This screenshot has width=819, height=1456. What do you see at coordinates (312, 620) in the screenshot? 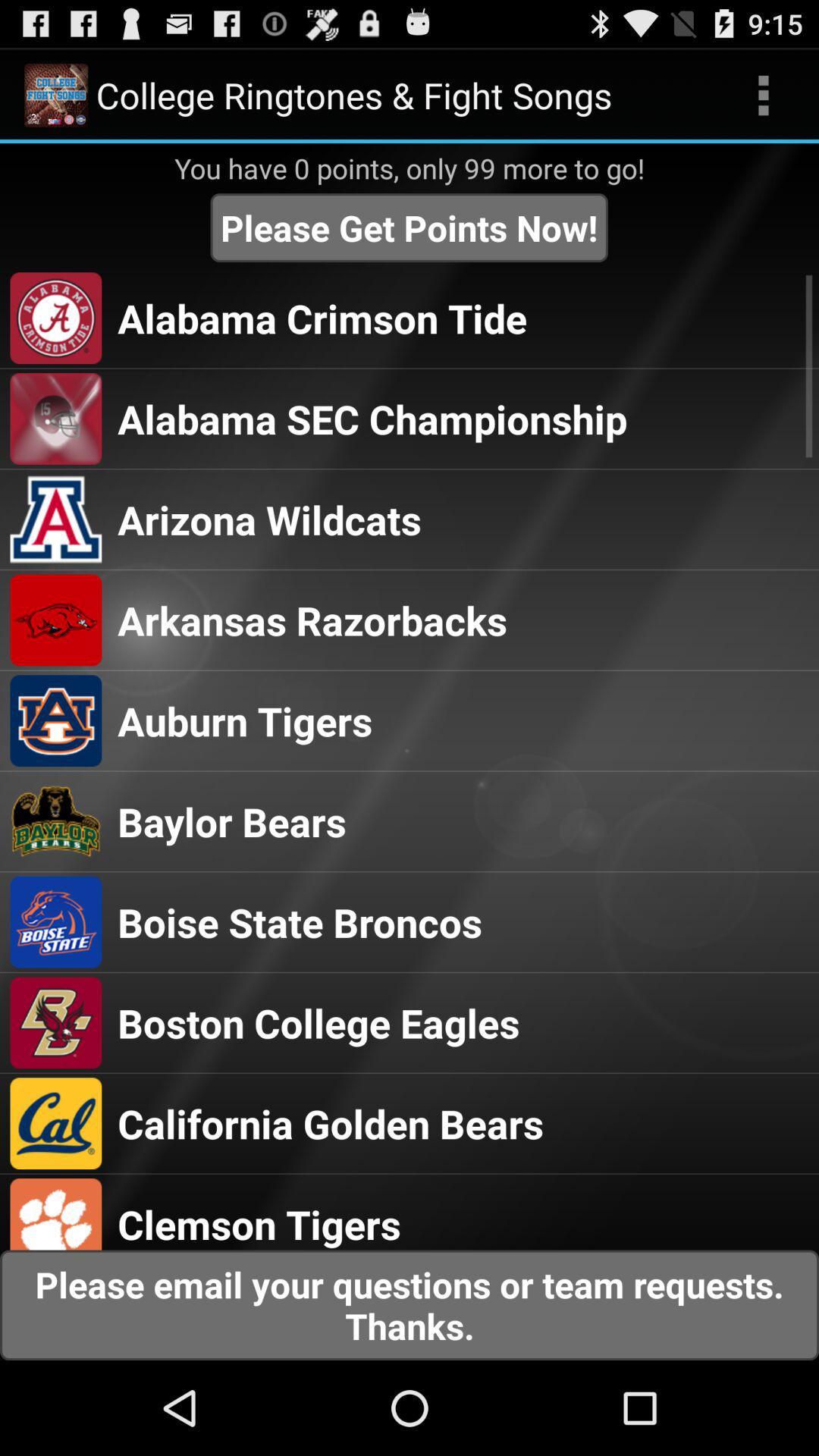
I see `app above the auburn tigers item` at bounding box center [312, 620].